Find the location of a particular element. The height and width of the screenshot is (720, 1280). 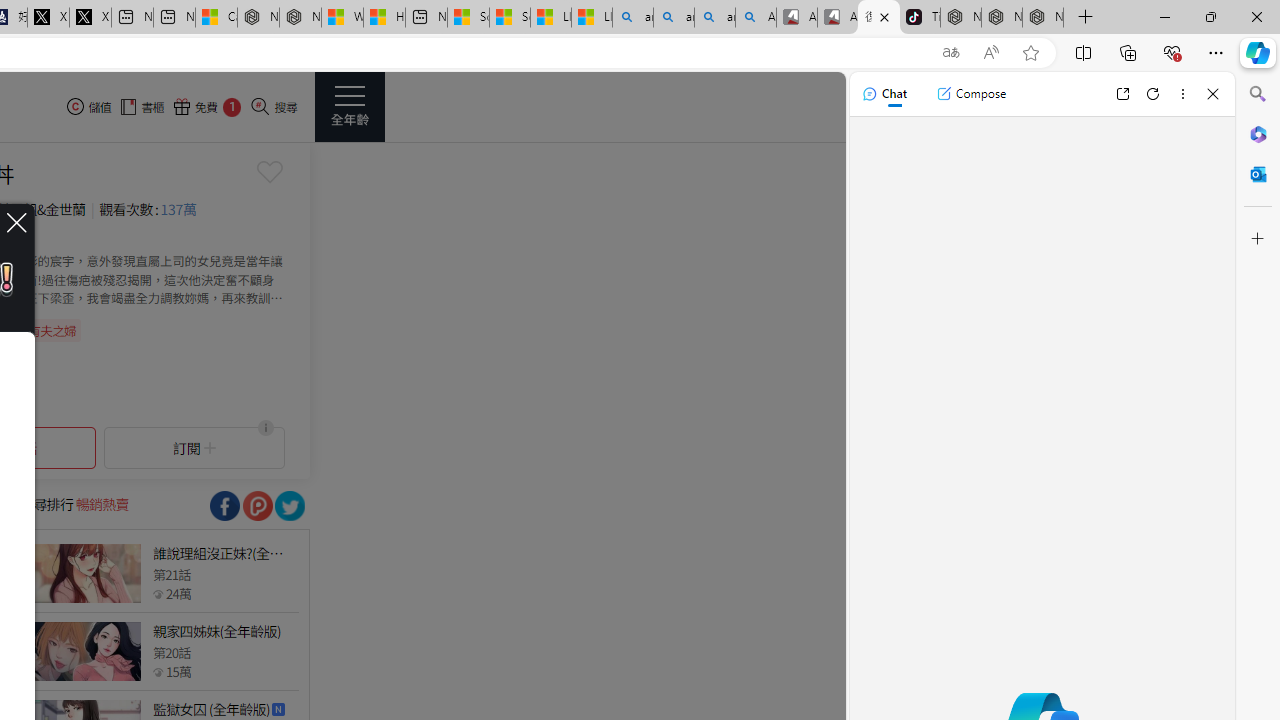

'Customize' is located at coordinates (1257, 238).